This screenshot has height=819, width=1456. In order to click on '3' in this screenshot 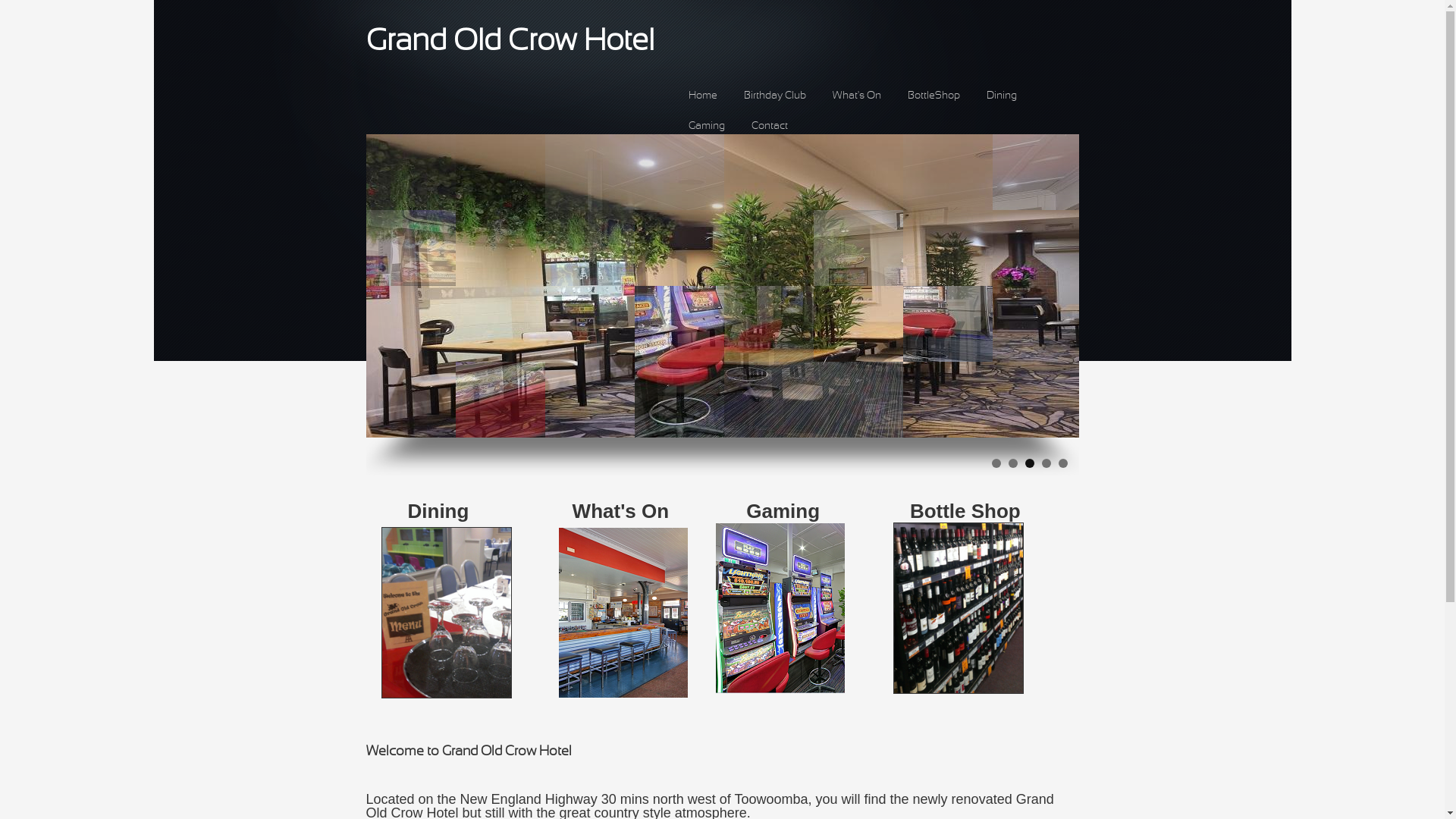, I will do `click(1030, 462)`.